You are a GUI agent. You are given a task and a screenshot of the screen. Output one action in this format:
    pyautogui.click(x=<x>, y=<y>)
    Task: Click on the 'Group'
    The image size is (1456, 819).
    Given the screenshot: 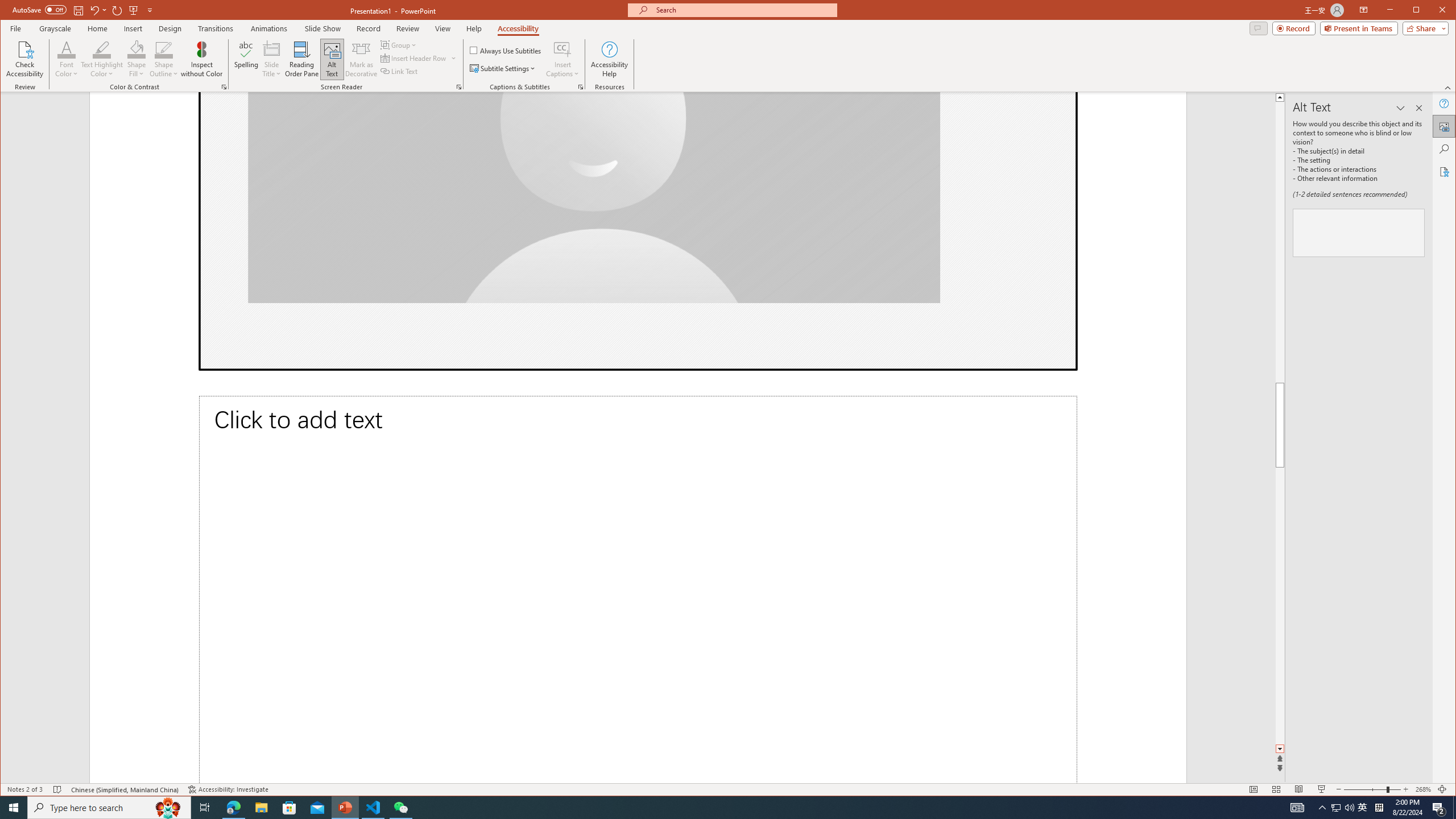 What is the action you would take?
    pyautogui.click(x=399, y=44)
    